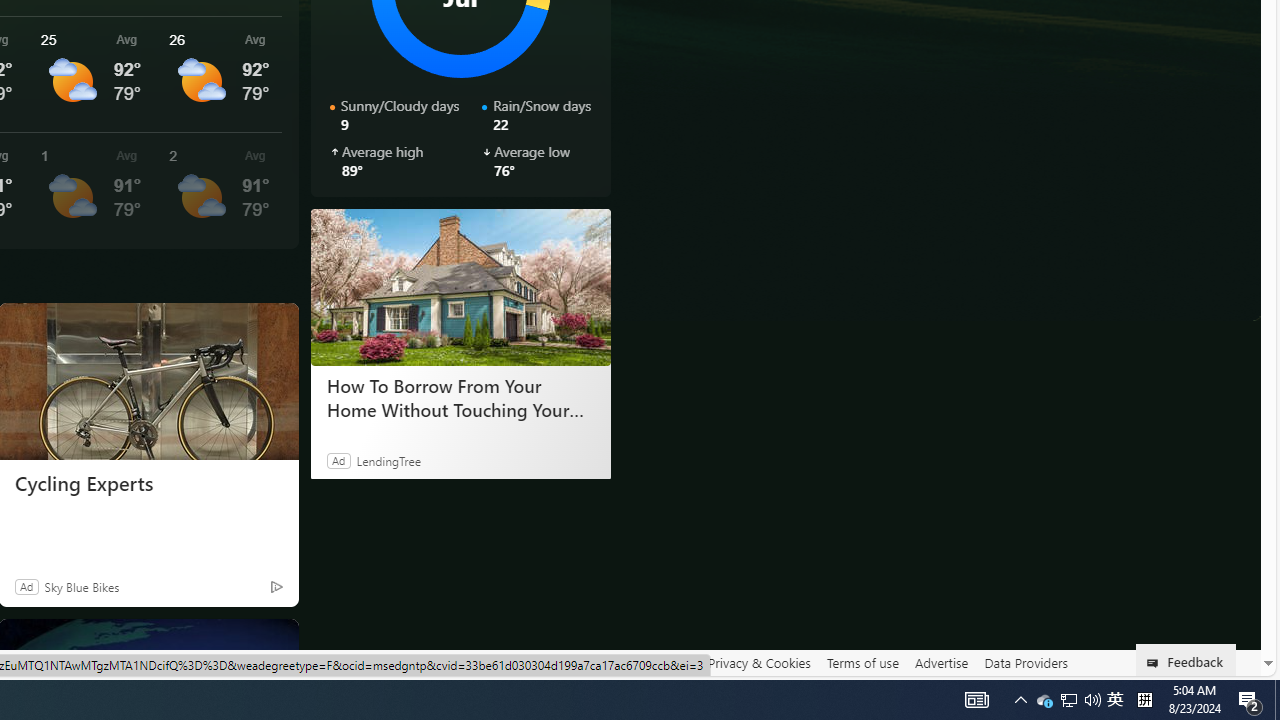  I want to click on 'Data Providers', so click(1025, 663).